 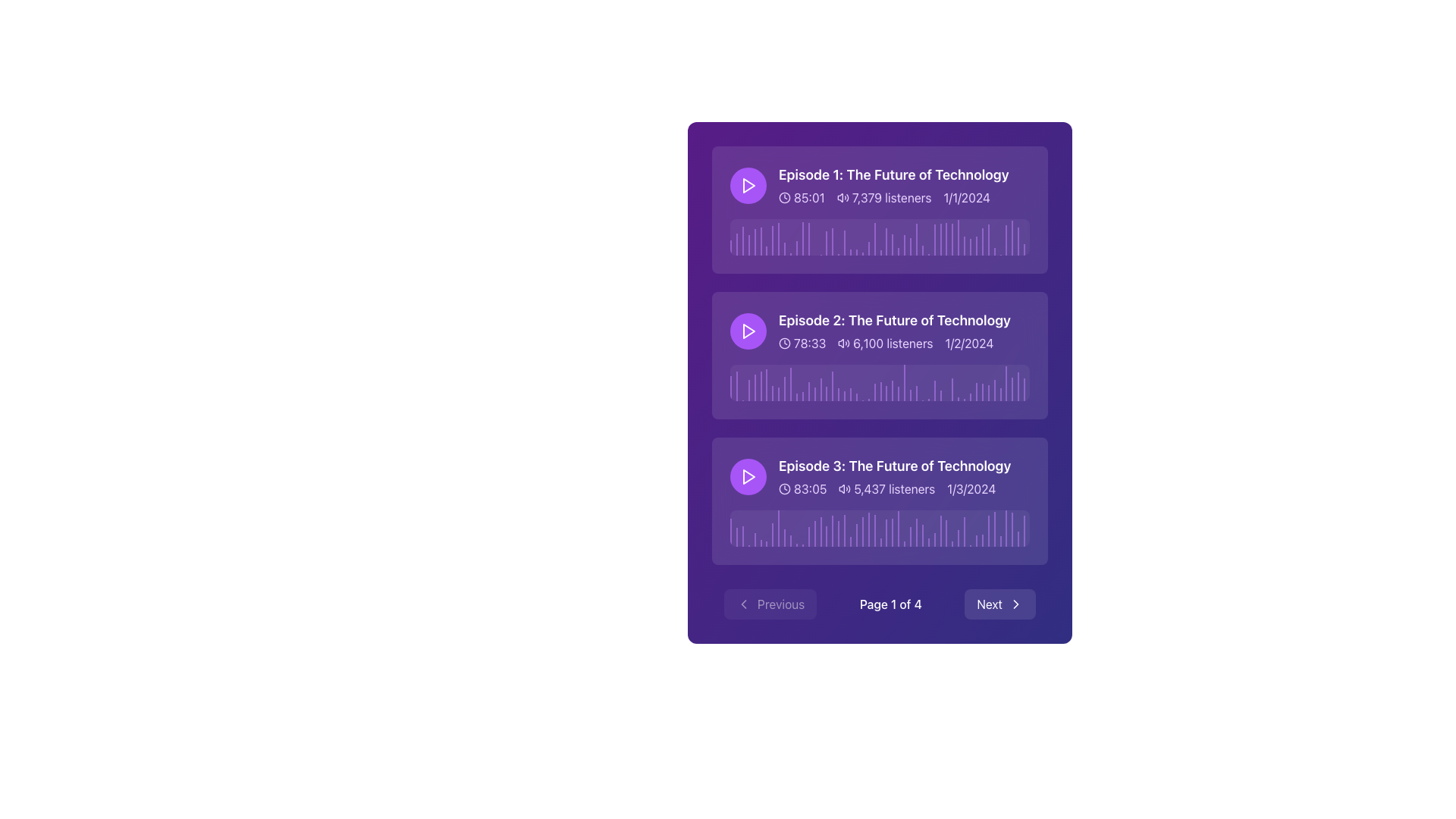 What do you see at coordinates (773, 240) in the screenshot?
I see `the purple vertical progress marker within the waveform representation of 'Episode 1: The Future of Technology'` at bounding box center [773, 240].